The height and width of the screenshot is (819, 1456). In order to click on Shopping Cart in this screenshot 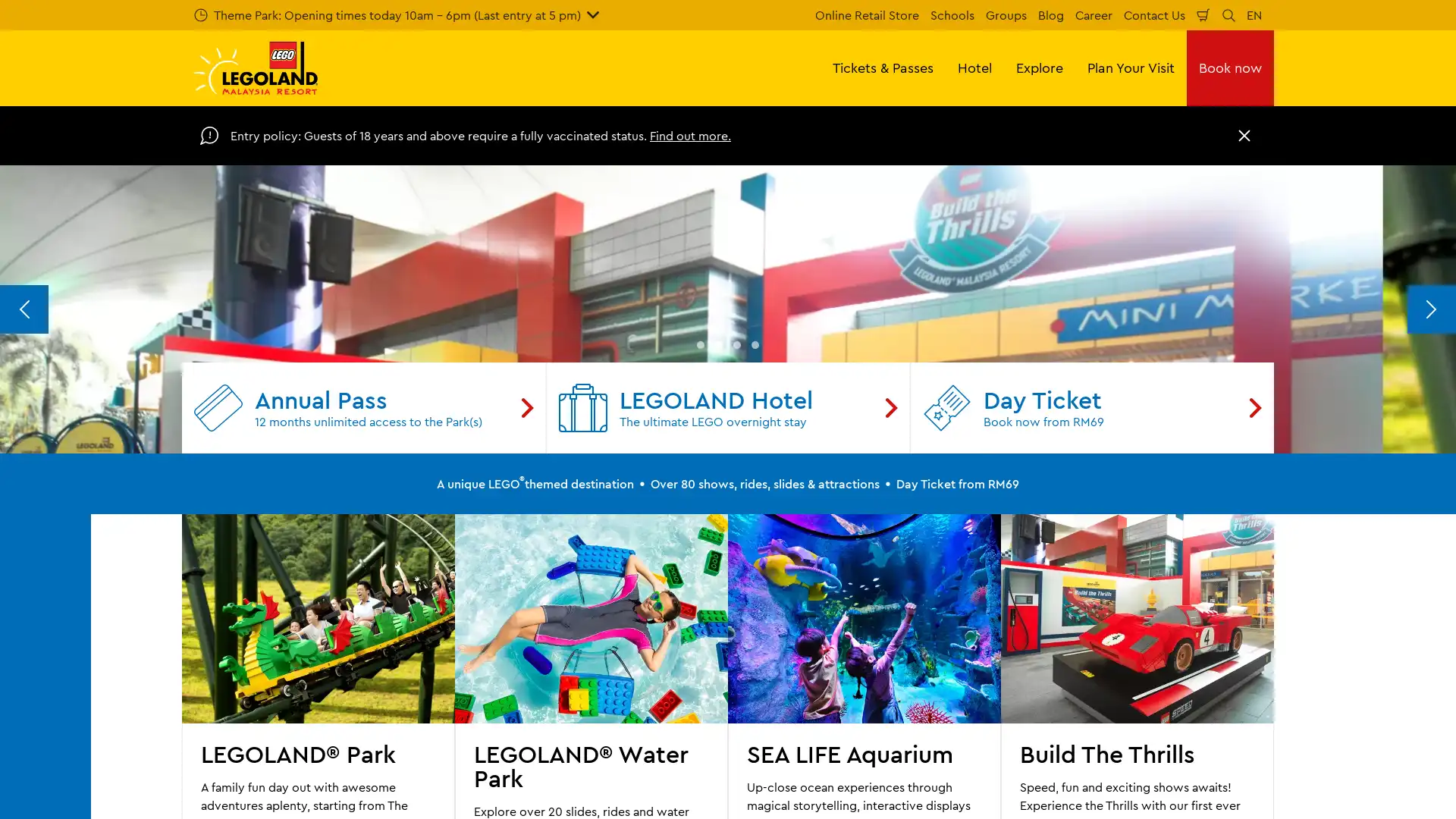, I will do `click(1203, 14)`.